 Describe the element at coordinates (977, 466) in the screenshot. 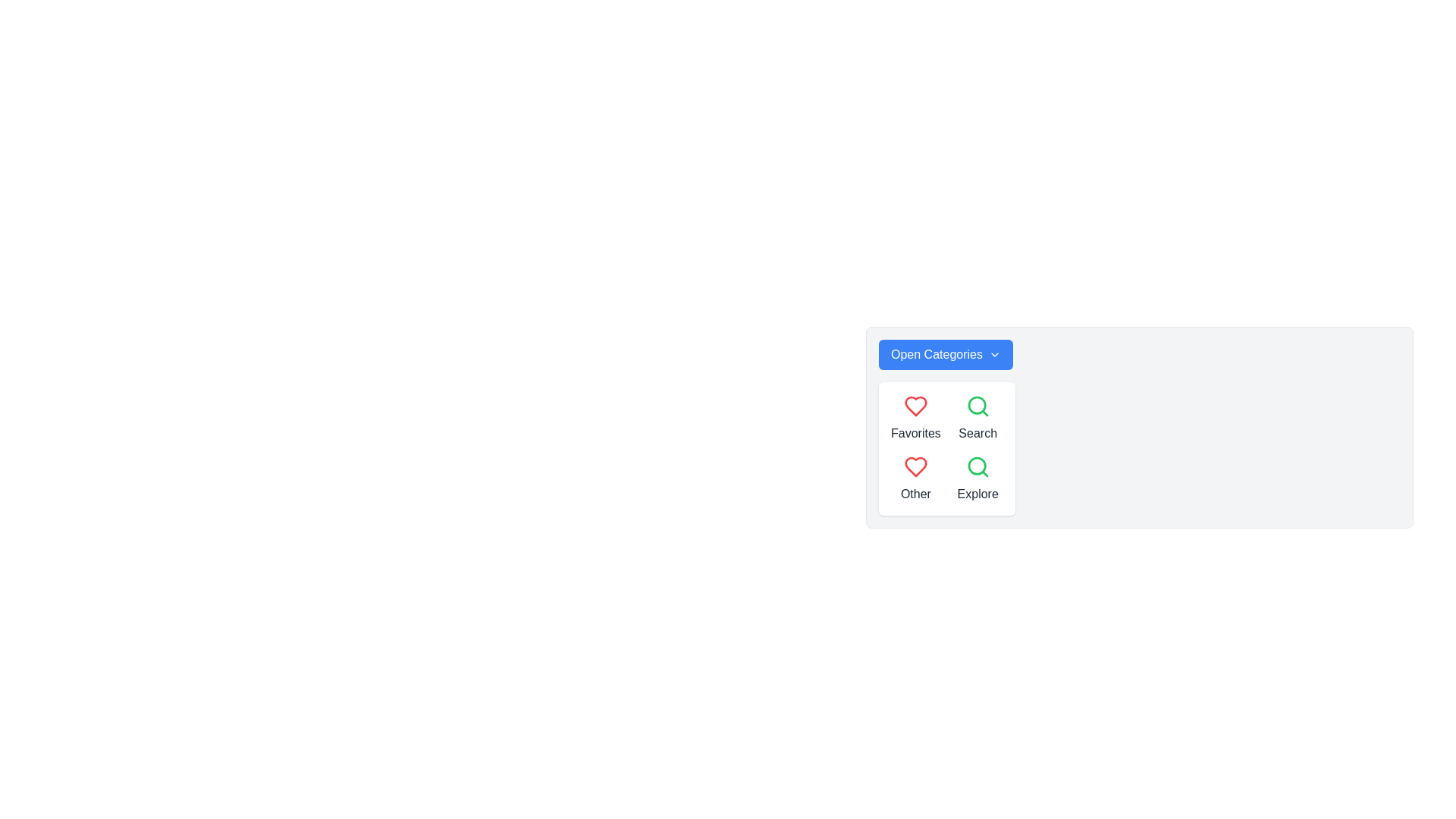

I see `the green magnifying glass icon located at the bottom-right of the panel above the 'Explore' label` at that location.